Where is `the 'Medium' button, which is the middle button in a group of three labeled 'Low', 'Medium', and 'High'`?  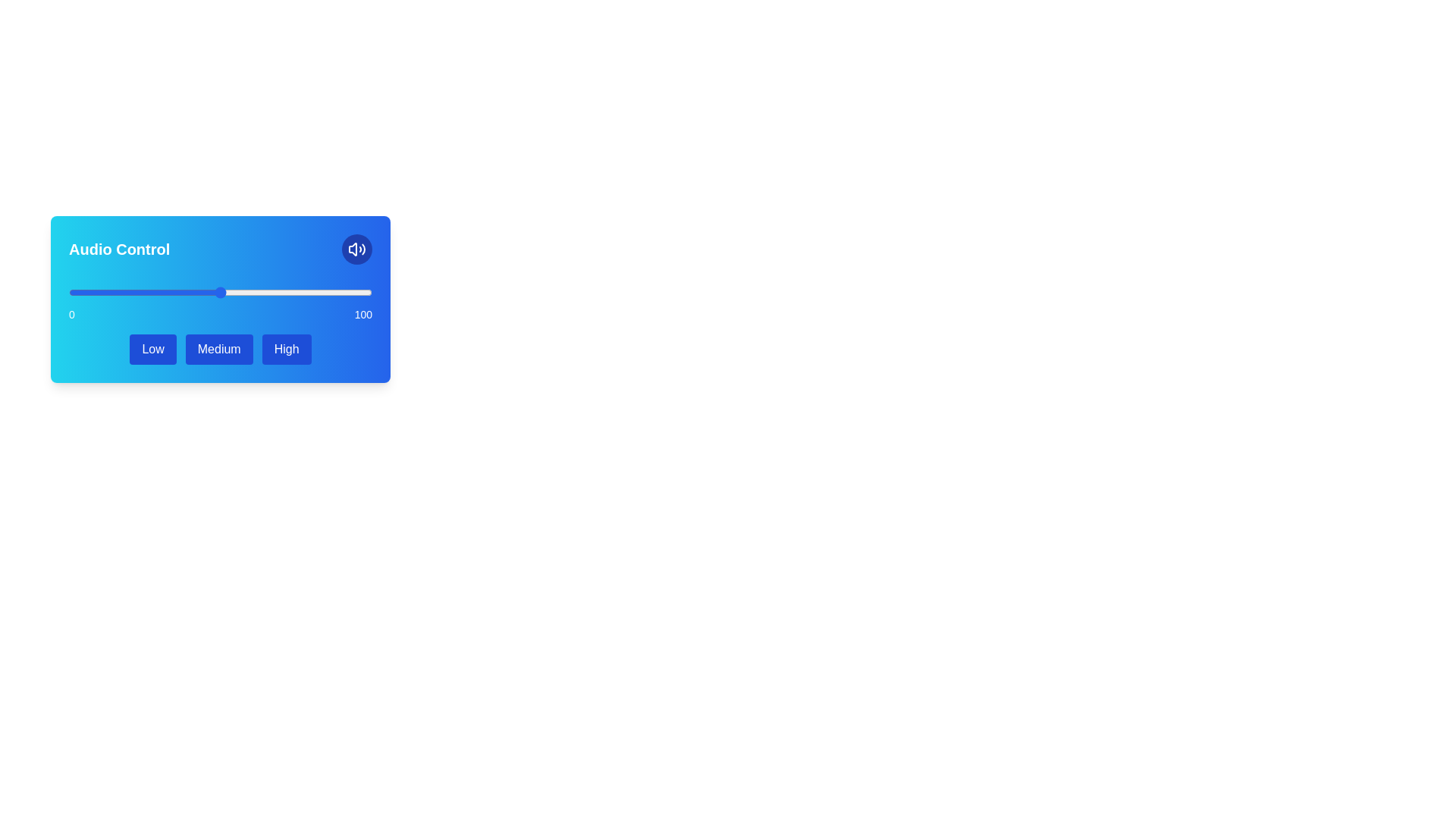 the 'Medium' button, which is the middle button in a group of three labeled 'Low', 'Medium', and 'High' is located at coordinates (218, 350).